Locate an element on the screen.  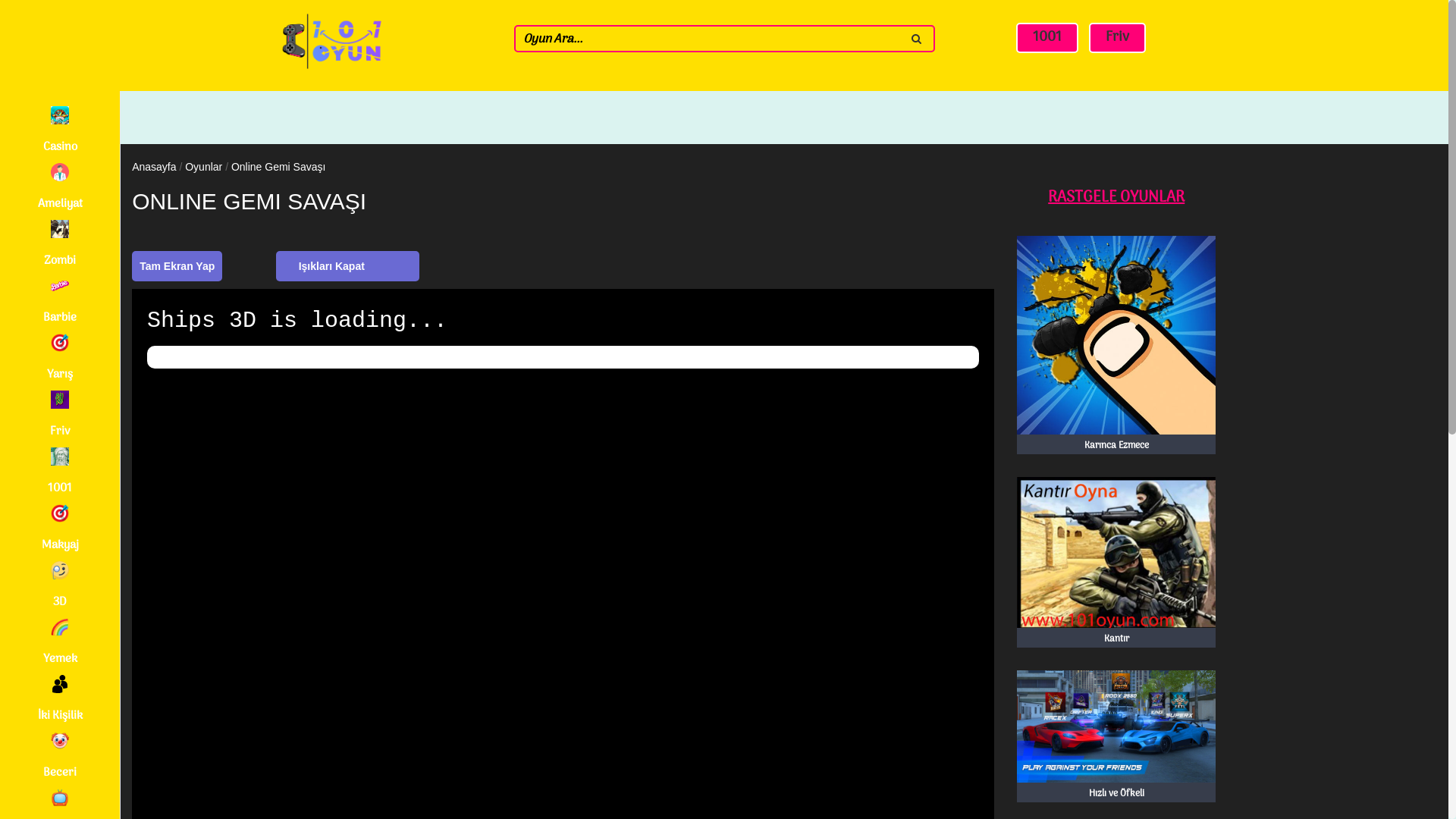
'Friv' is located at coordinates (0, 415).